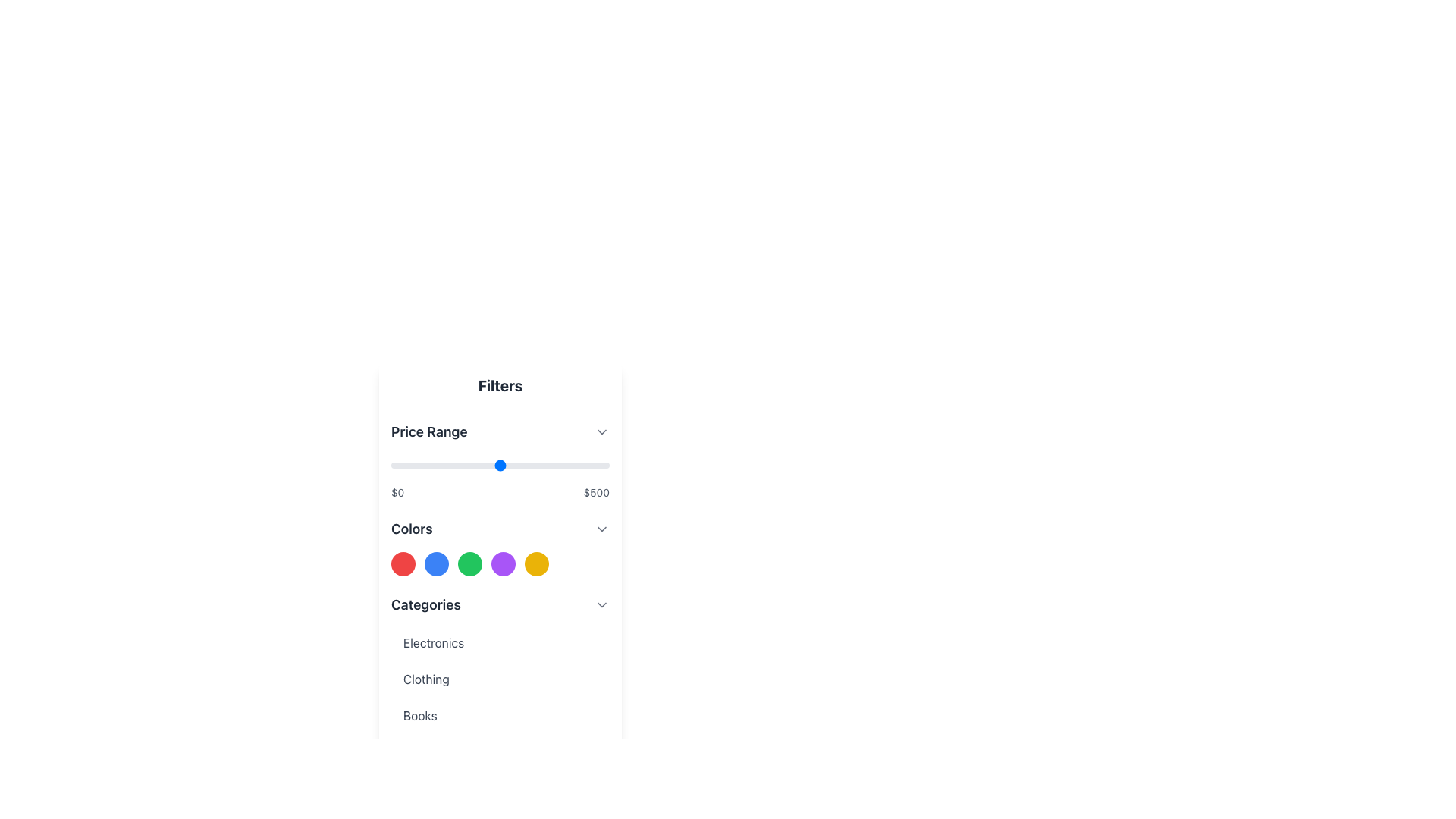 Image resolution: width=1456 pixels, height=819 pixels. What do you see at coordinates (436, 564) in the screenshot?
I see `the second circular button with a blue background in the 'Colors' category filter panel` at bounding box center [436, 564].